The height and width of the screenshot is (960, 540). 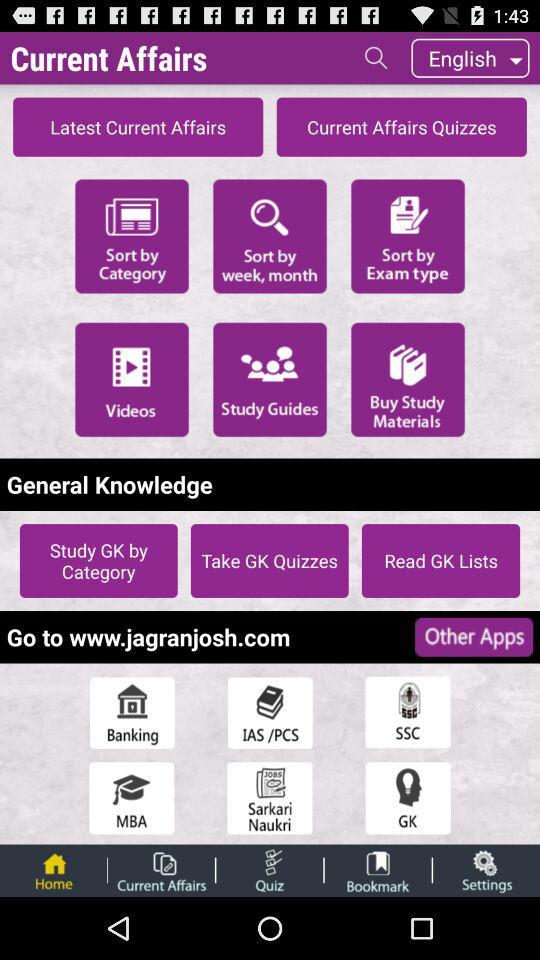 What do you see at coordinates (270, 712) in the screenshot?
I see `open a menu` at bounding box center [270, 712].